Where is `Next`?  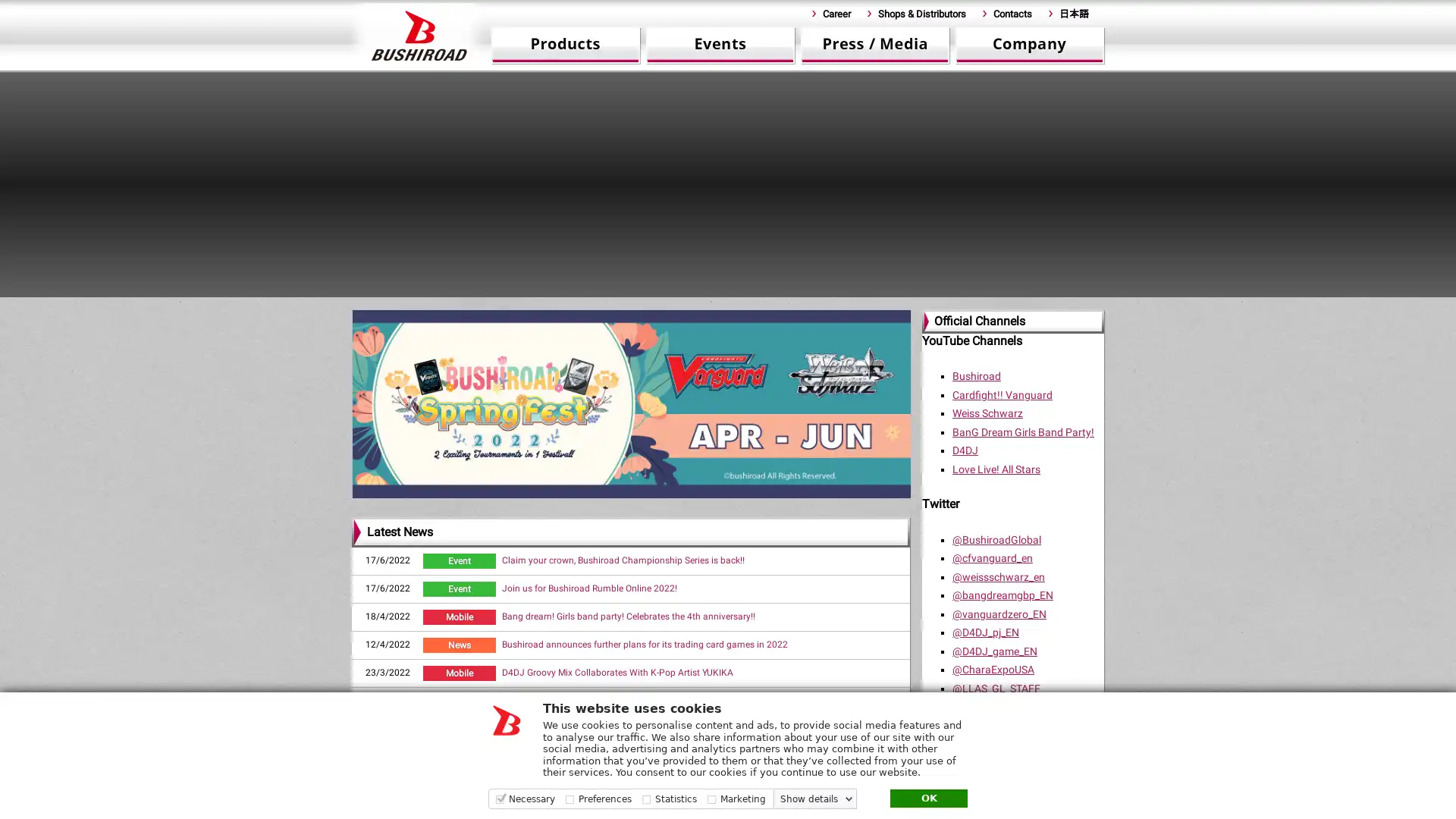 Next is located at coordinates (1131, 174).